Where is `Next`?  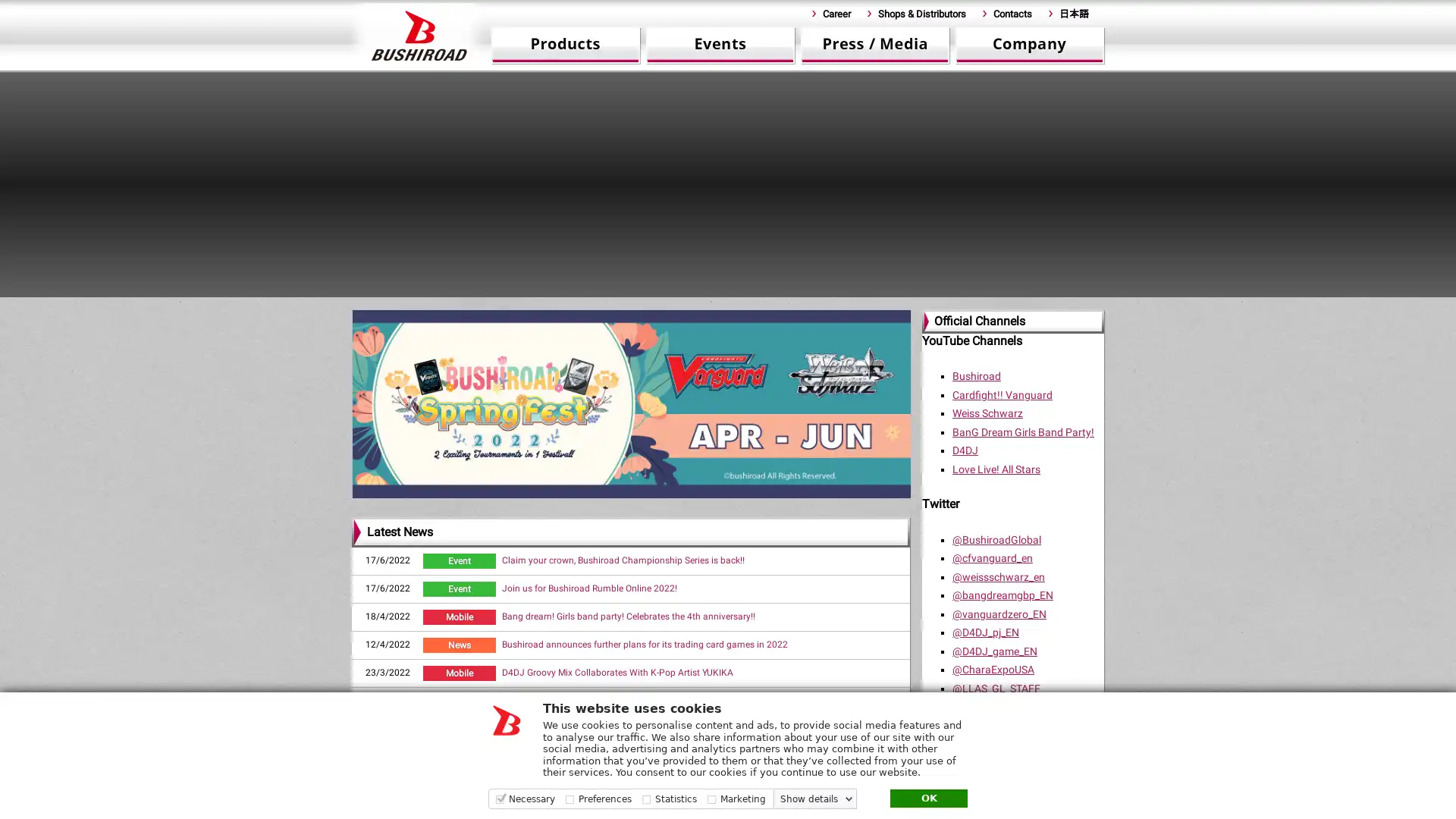 Next is located at coordinates (1131, 174).